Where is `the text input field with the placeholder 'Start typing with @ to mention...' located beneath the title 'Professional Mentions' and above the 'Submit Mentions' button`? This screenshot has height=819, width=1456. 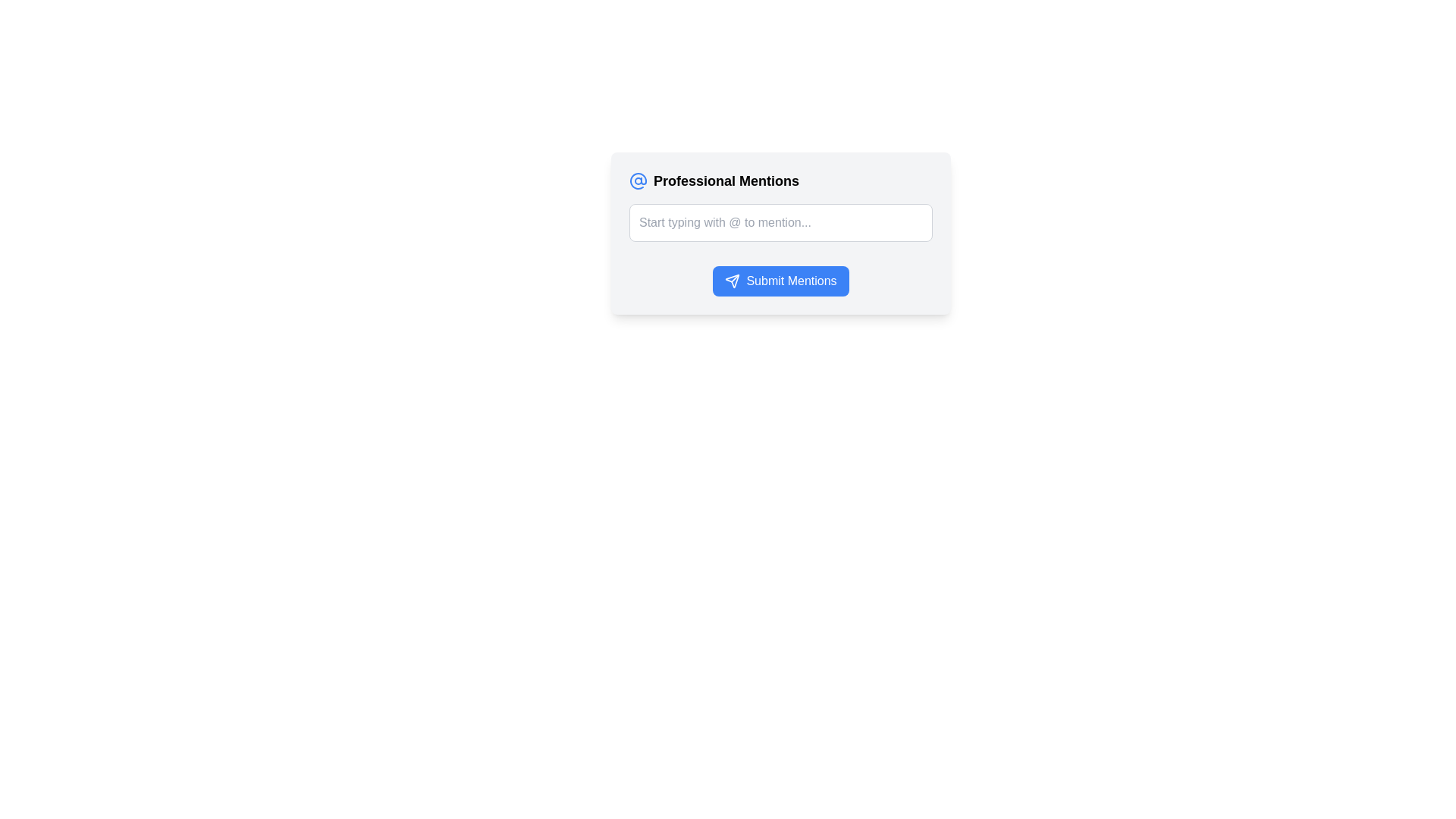
the text input field with the placeholder 'Start typing with @ to mention...' located beneath the title 'Professional Mentions' and above the 'Submit Mentions' button is located at coordinates (781, 222).